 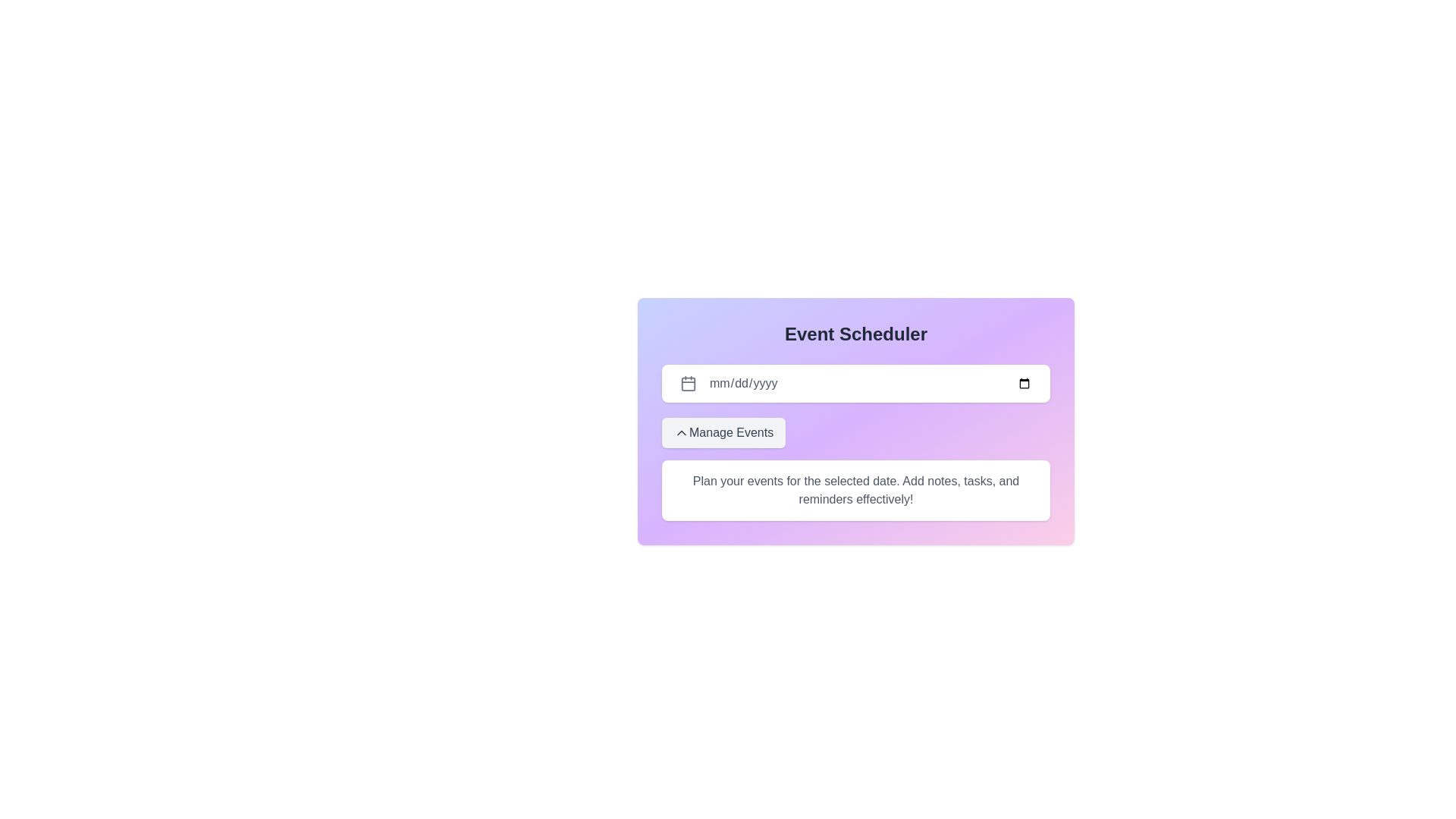 I want to click on the informational text box that provides guidance about planning events, located below the 'Manage Events' button, so click(x=855, y=491).